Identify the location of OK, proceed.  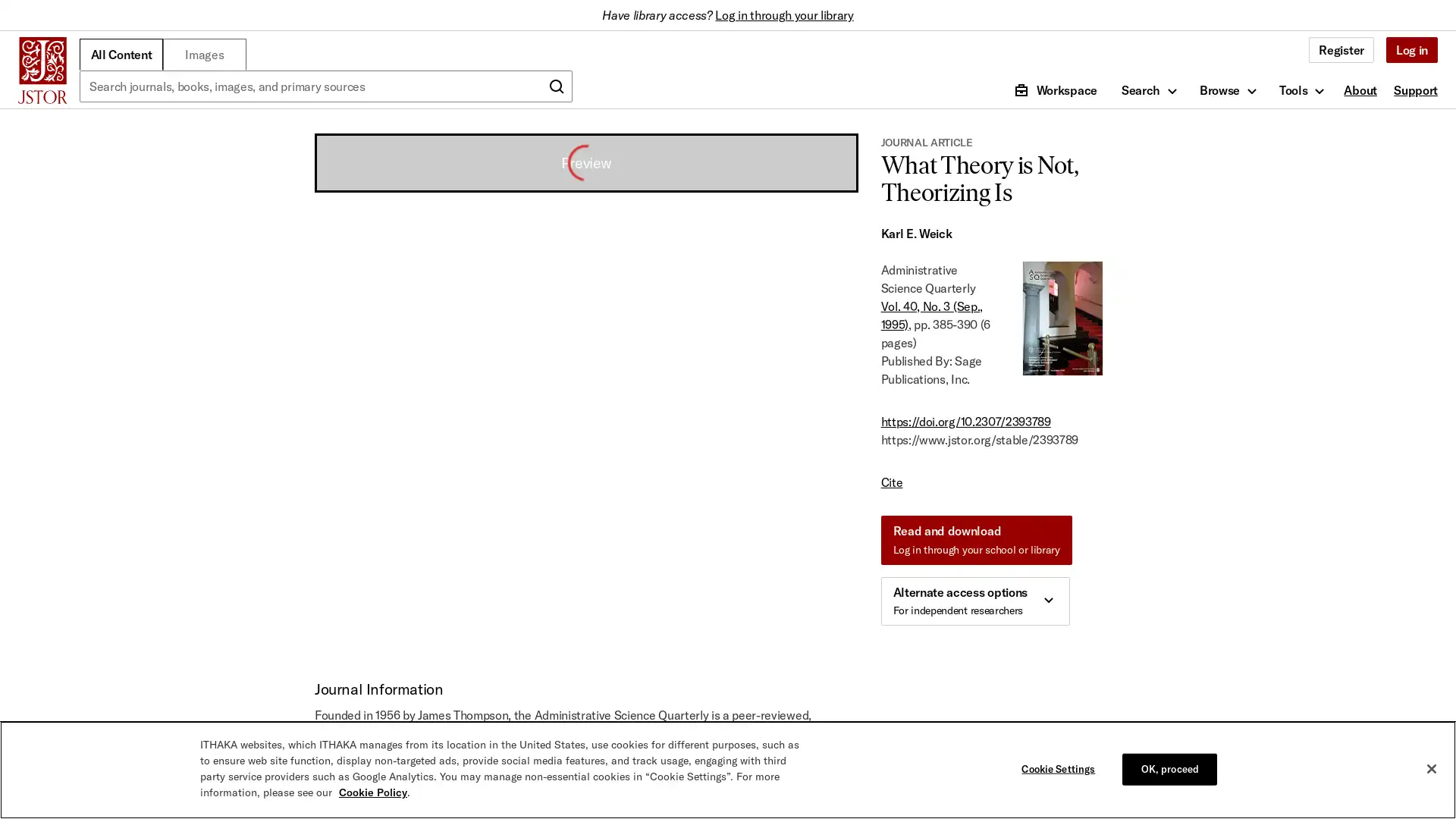
(1169, 769).